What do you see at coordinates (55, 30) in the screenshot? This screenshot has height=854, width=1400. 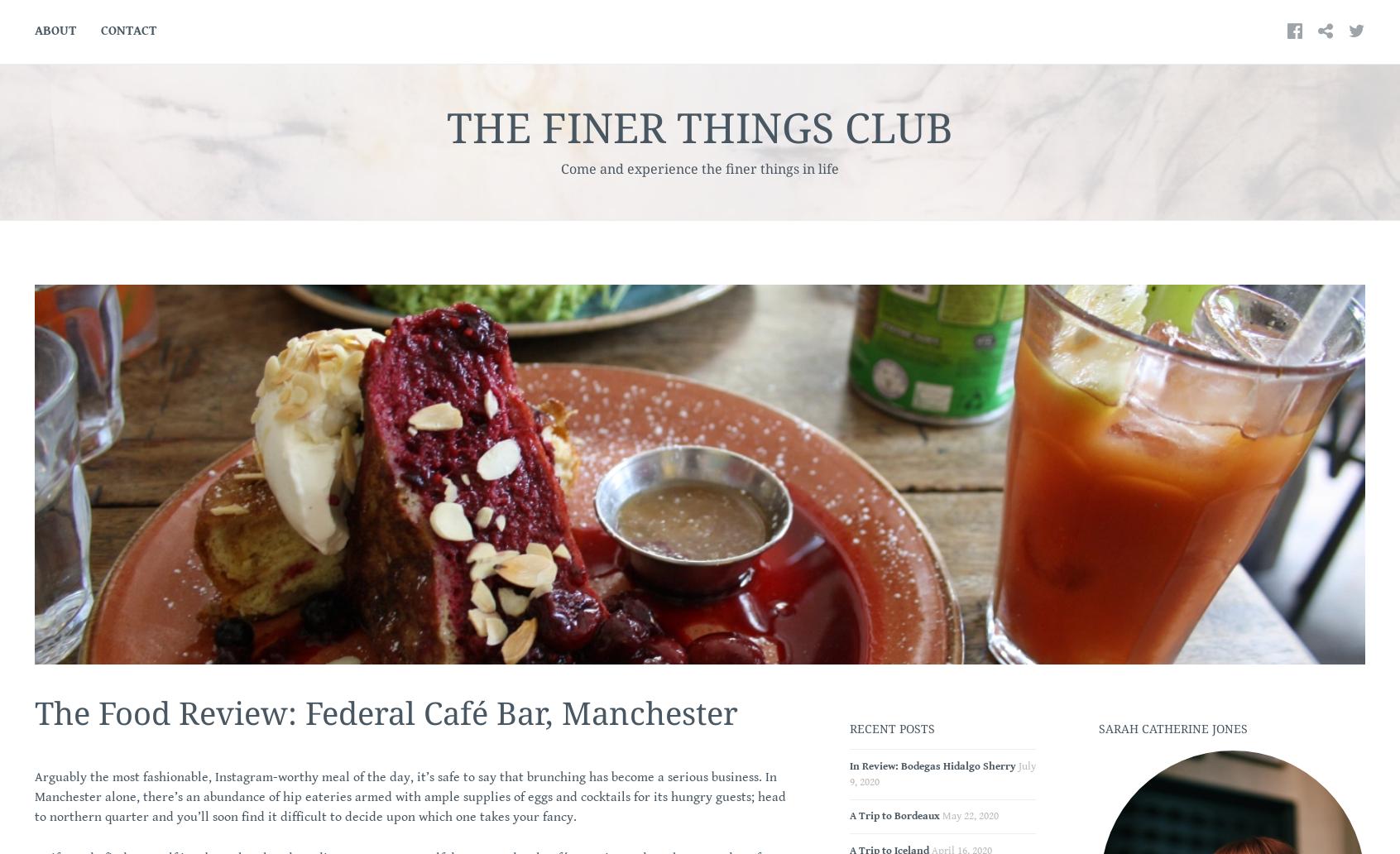 I see `'About'` at bounding box center [55, 30].